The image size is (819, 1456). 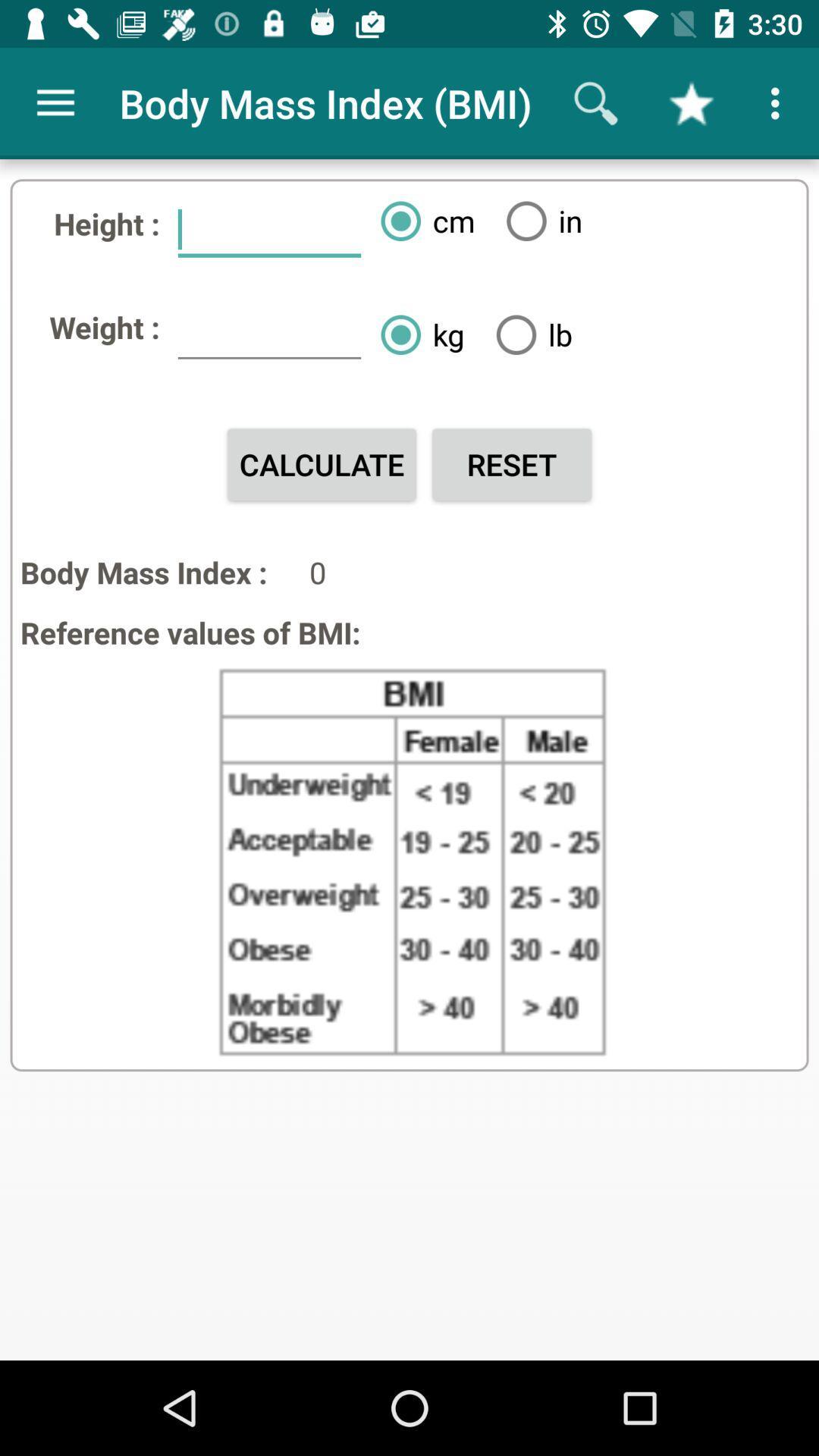 What do you see at coordinates (422, 220) in the screenshot?
I see `icon to the left of in` at bounding box center [422, 220].